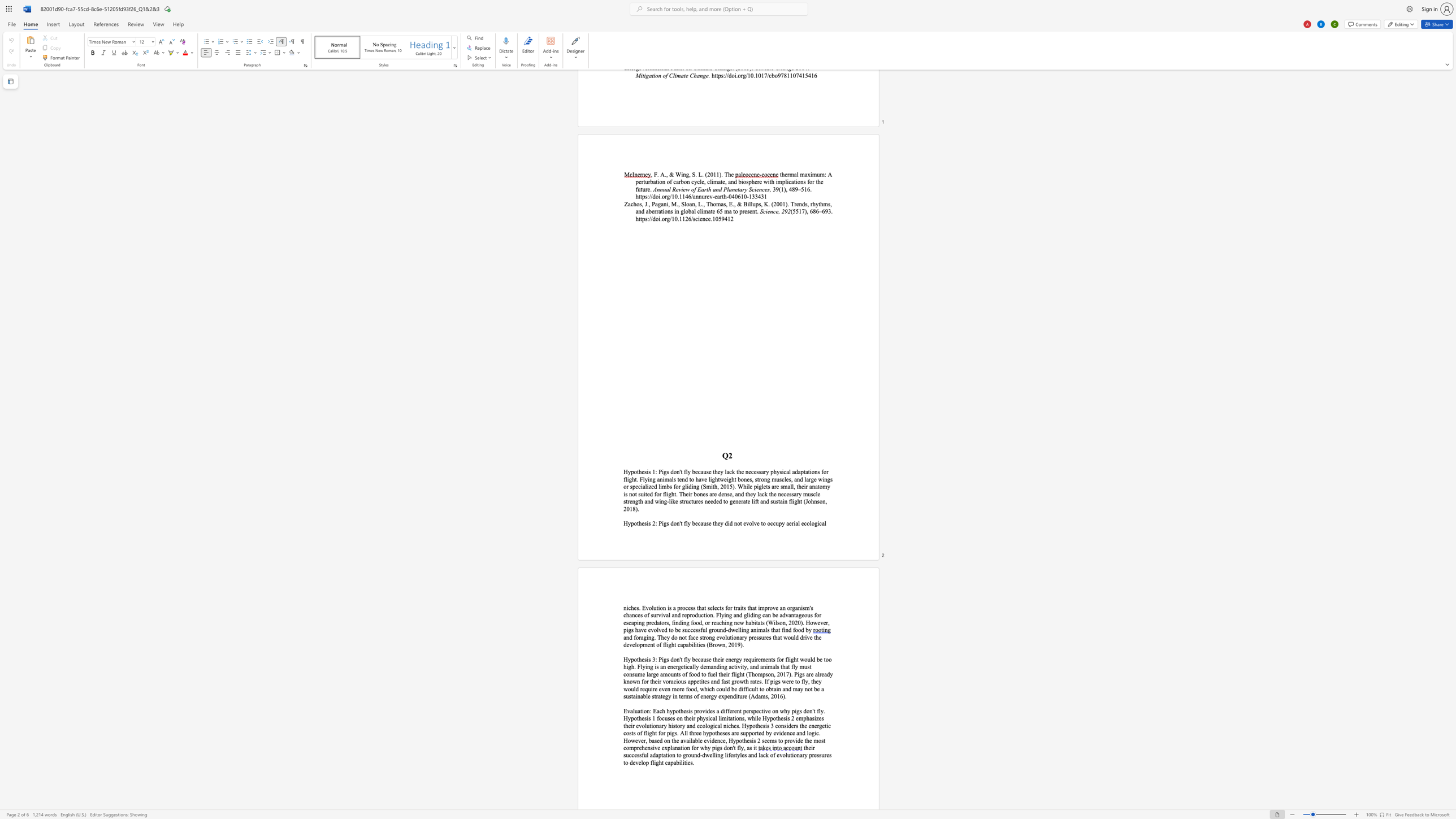 The width and height of the screenshot is (1456, 819). Describe the element at coordinates (636, 659) in the screenshot. I see `the space between the continuous character "o" and "t" in the text` at that location.